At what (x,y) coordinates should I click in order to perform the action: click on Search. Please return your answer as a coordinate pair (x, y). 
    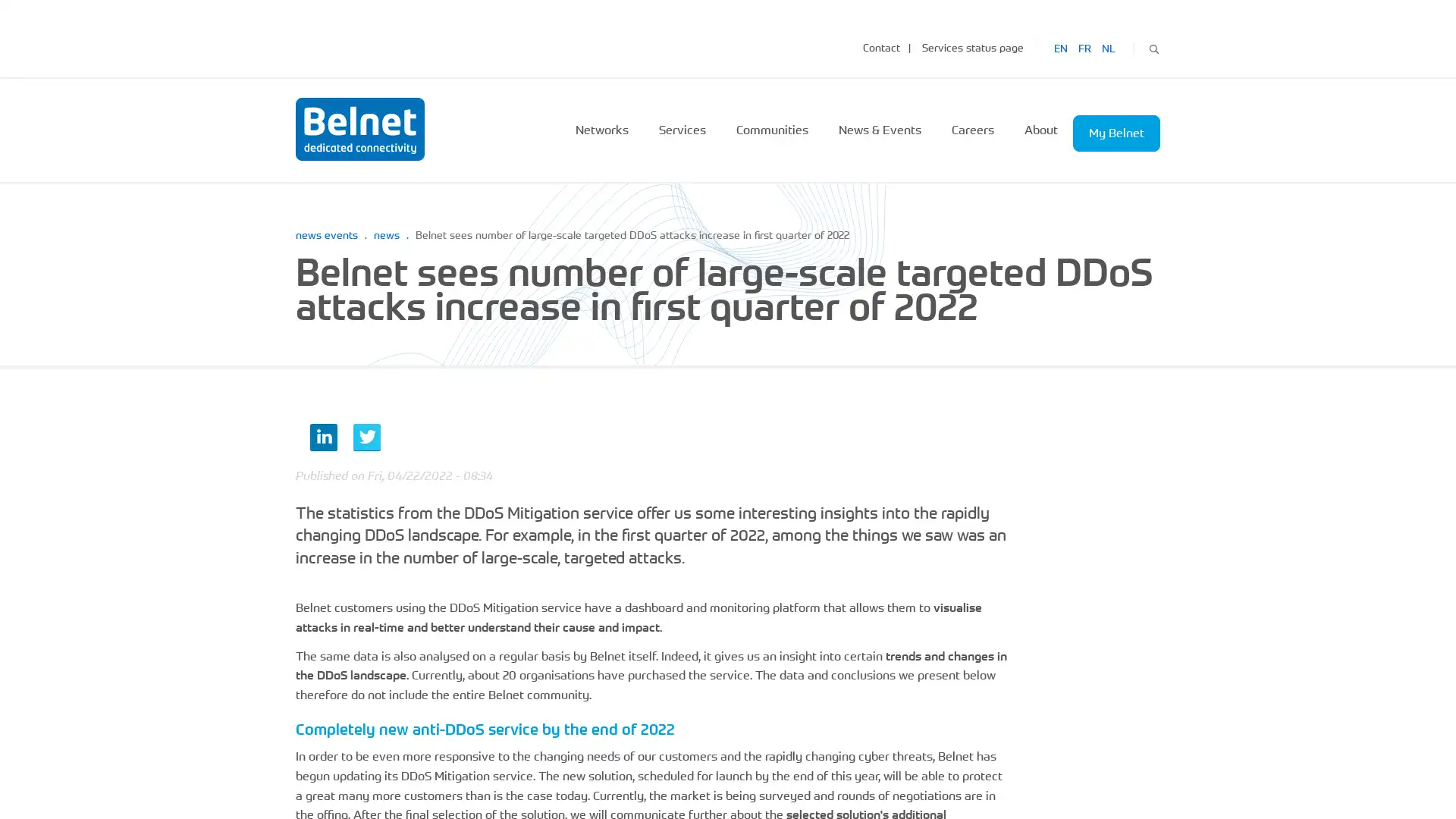
    Looking at the image, I should click on (1153, 46).